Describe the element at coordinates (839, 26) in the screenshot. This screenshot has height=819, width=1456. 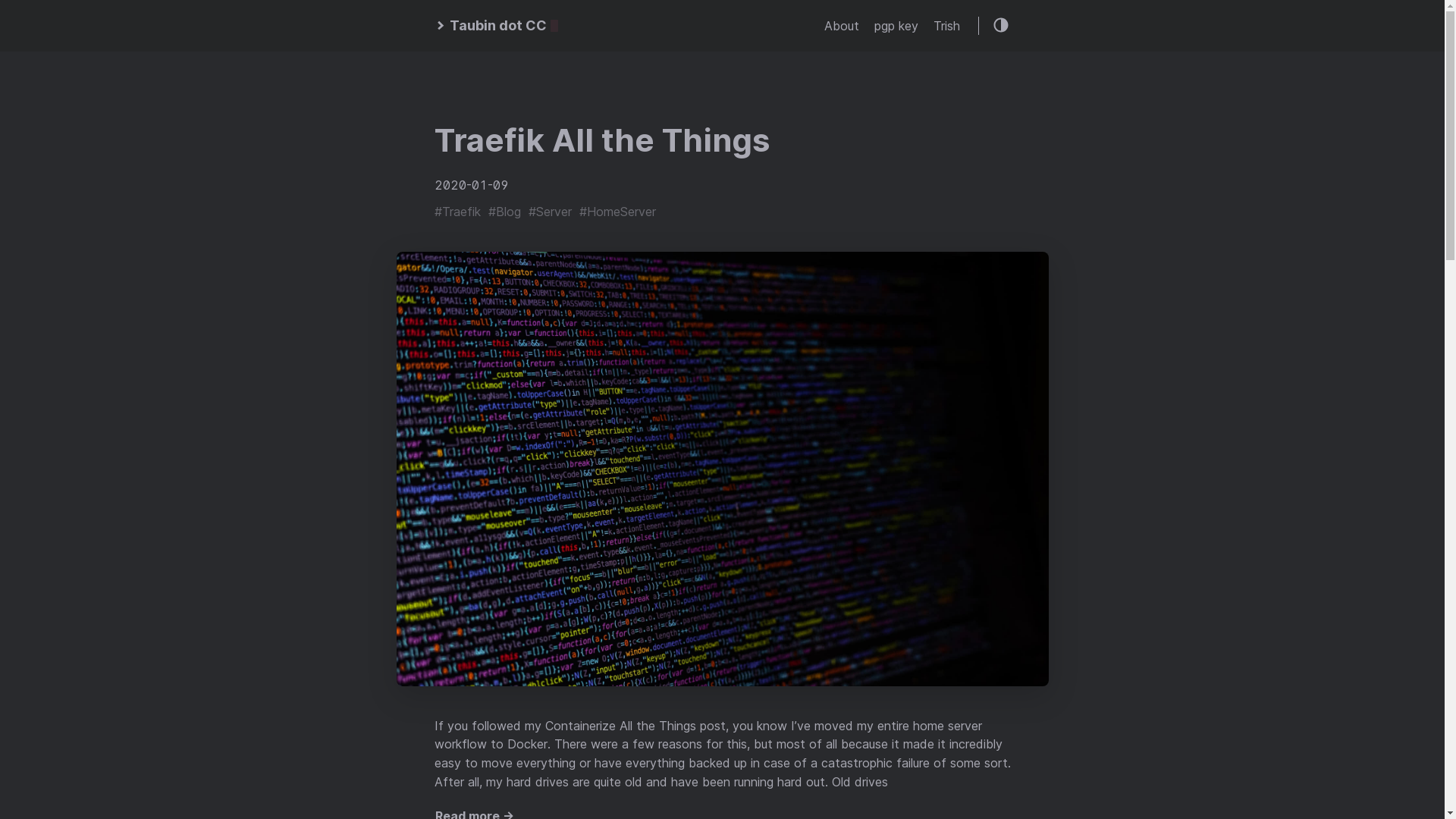
I see `'About'` at that location.